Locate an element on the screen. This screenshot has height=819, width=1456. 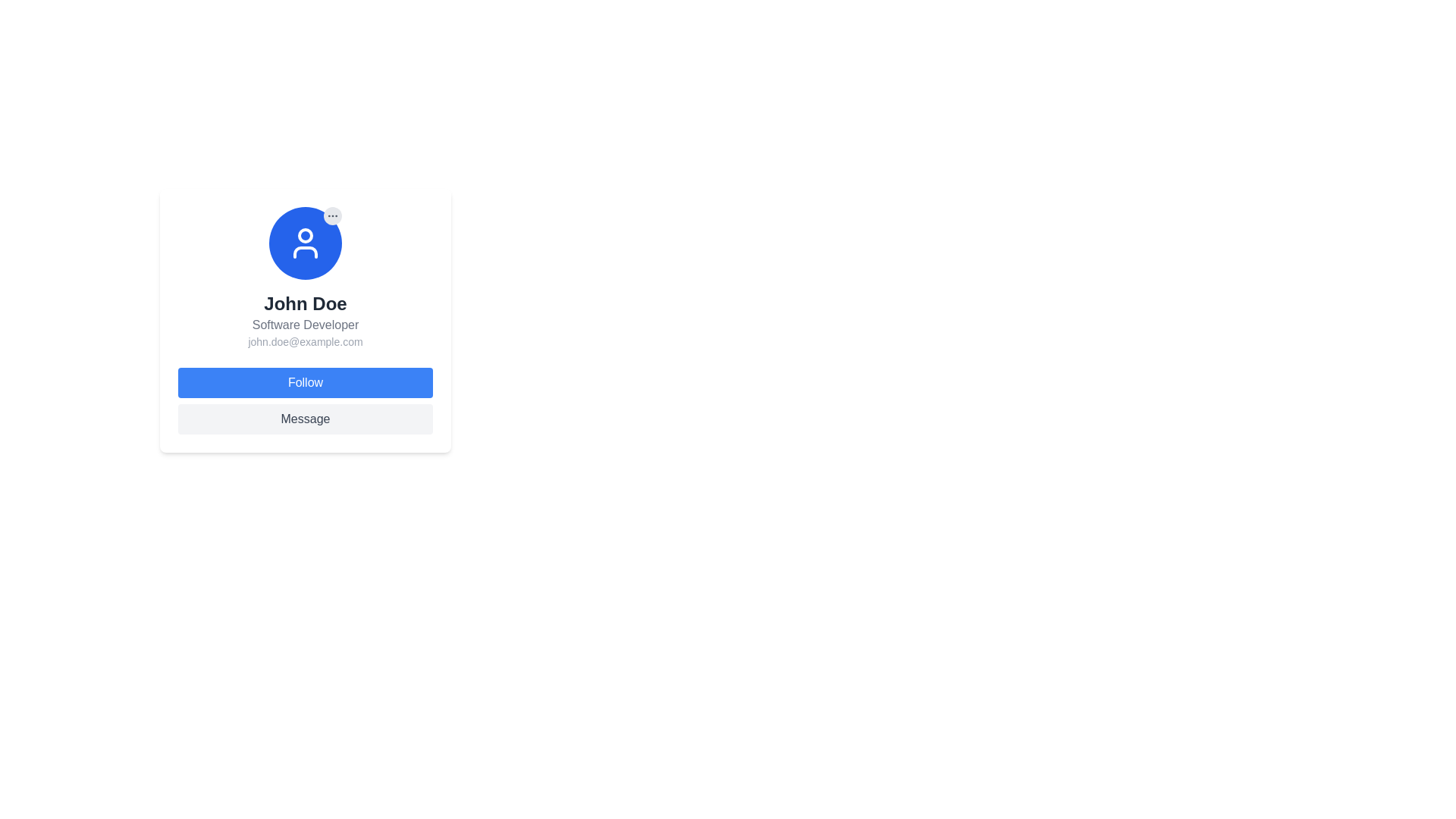
the decorative Circle SVG component located at the top-center of the user avatar graphic in the profile card is located at coordinates (305, 236).